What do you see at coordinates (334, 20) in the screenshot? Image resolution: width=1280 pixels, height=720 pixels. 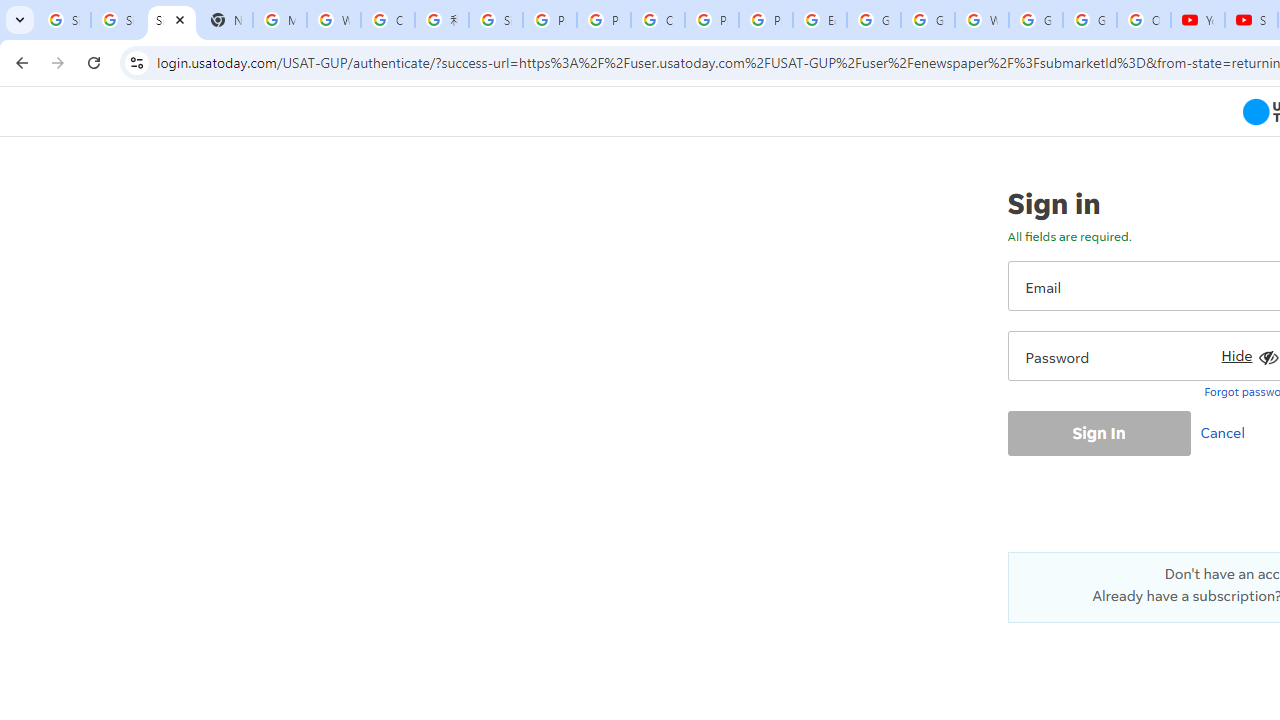 I see `'Who is my administrator? - Google Account Help'` at bounding box center [334, 20].